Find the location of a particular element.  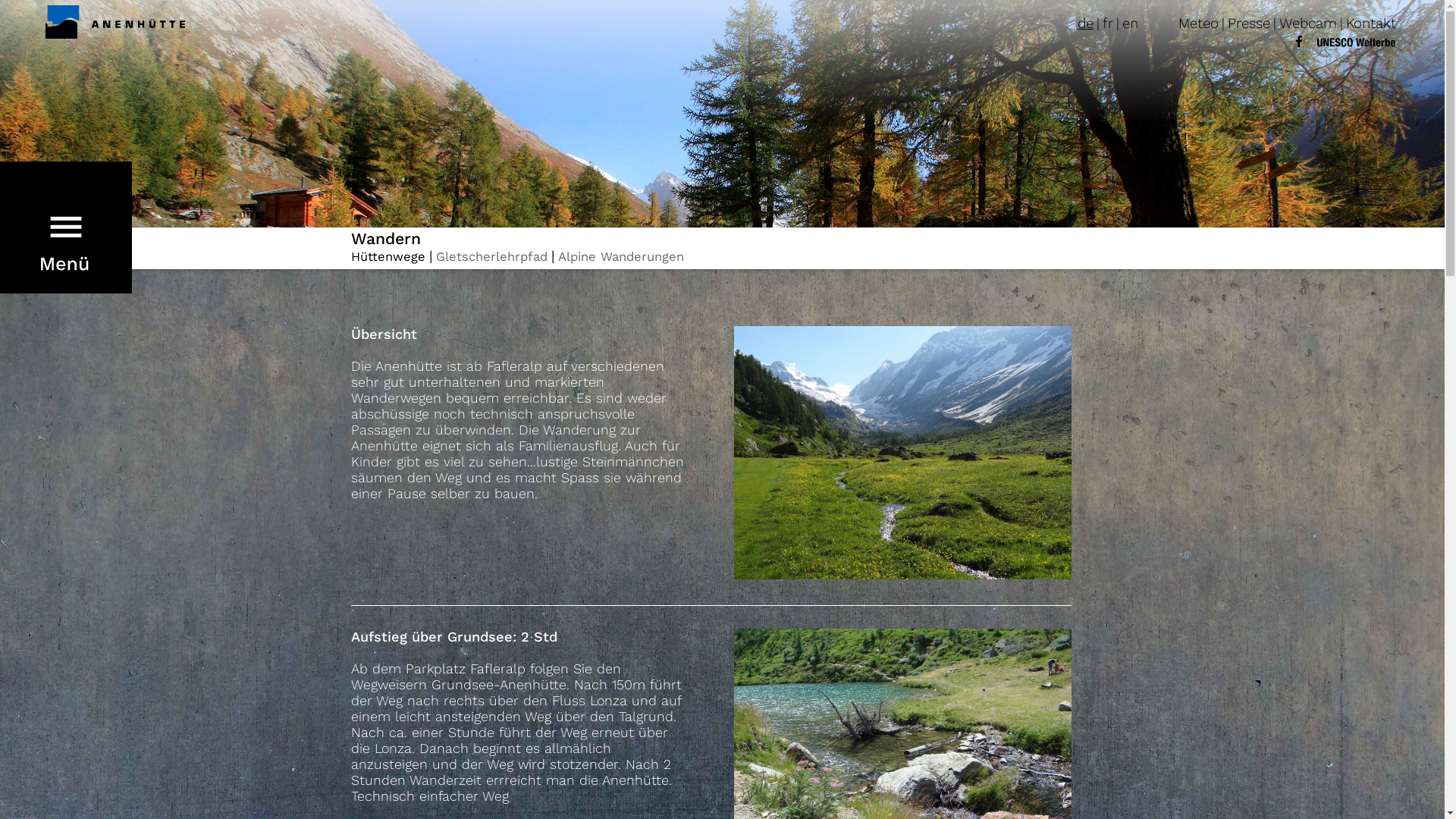

'Webcam' is located at coordinates (1307, 23).